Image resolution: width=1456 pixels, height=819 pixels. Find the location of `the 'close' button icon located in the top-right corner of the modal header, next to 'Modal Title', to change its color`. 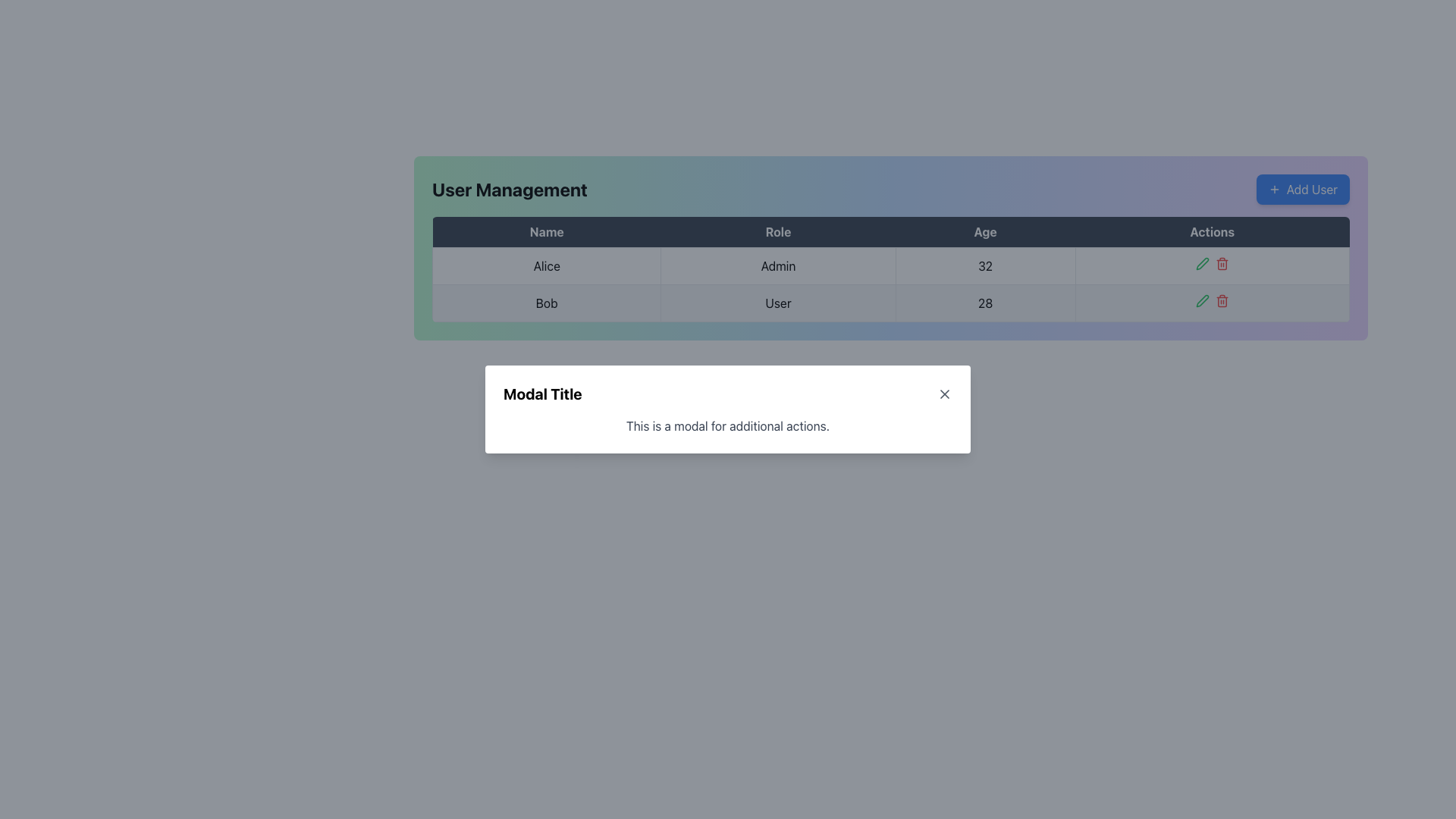

the 'close' button icon located in the top-right corner of the modal header, next to 'Modal Title', to change its color is located at coordinates (943, 394).